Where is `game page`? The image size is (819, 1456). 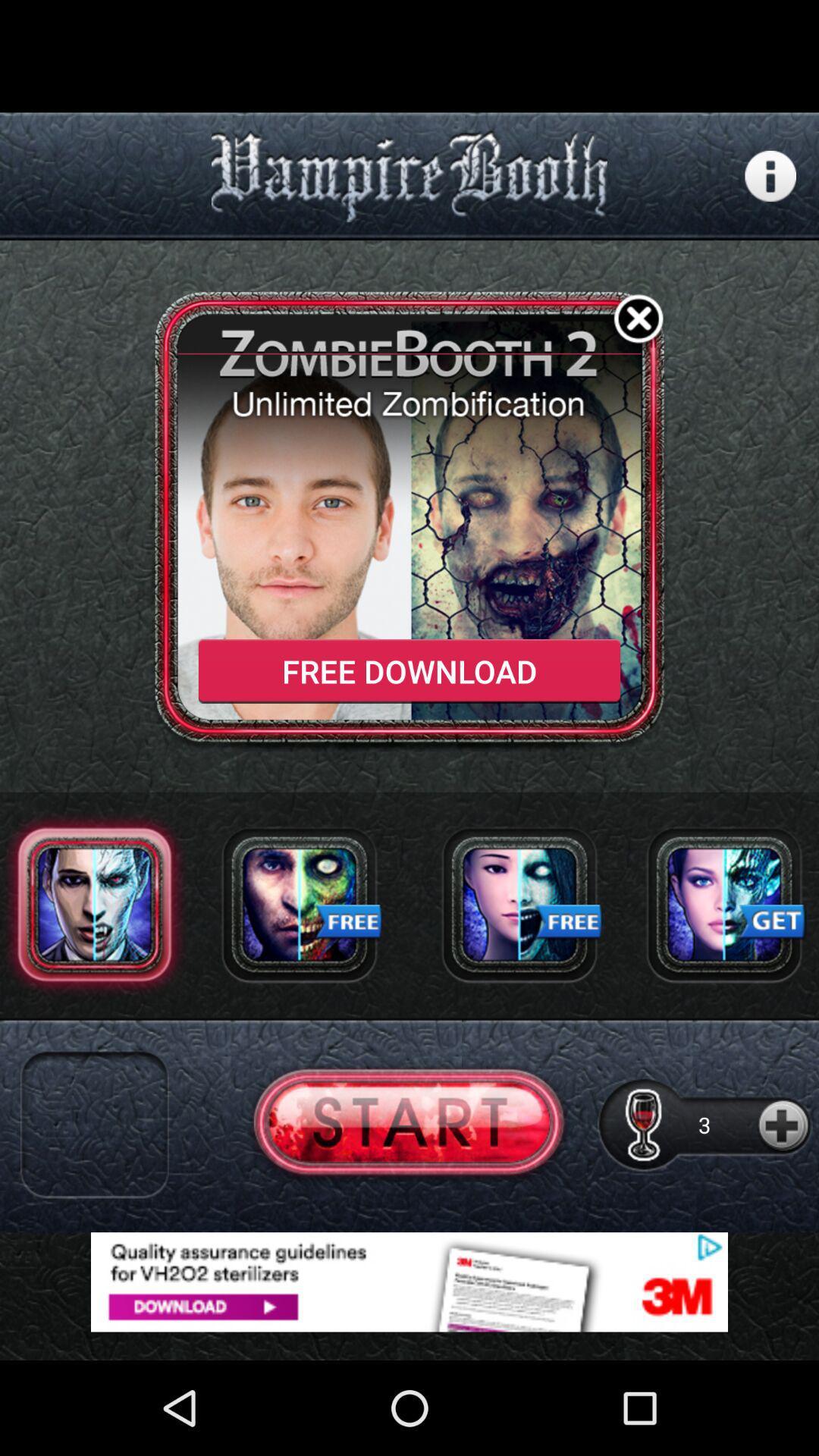
game page is located at coordinates (408, 1125).